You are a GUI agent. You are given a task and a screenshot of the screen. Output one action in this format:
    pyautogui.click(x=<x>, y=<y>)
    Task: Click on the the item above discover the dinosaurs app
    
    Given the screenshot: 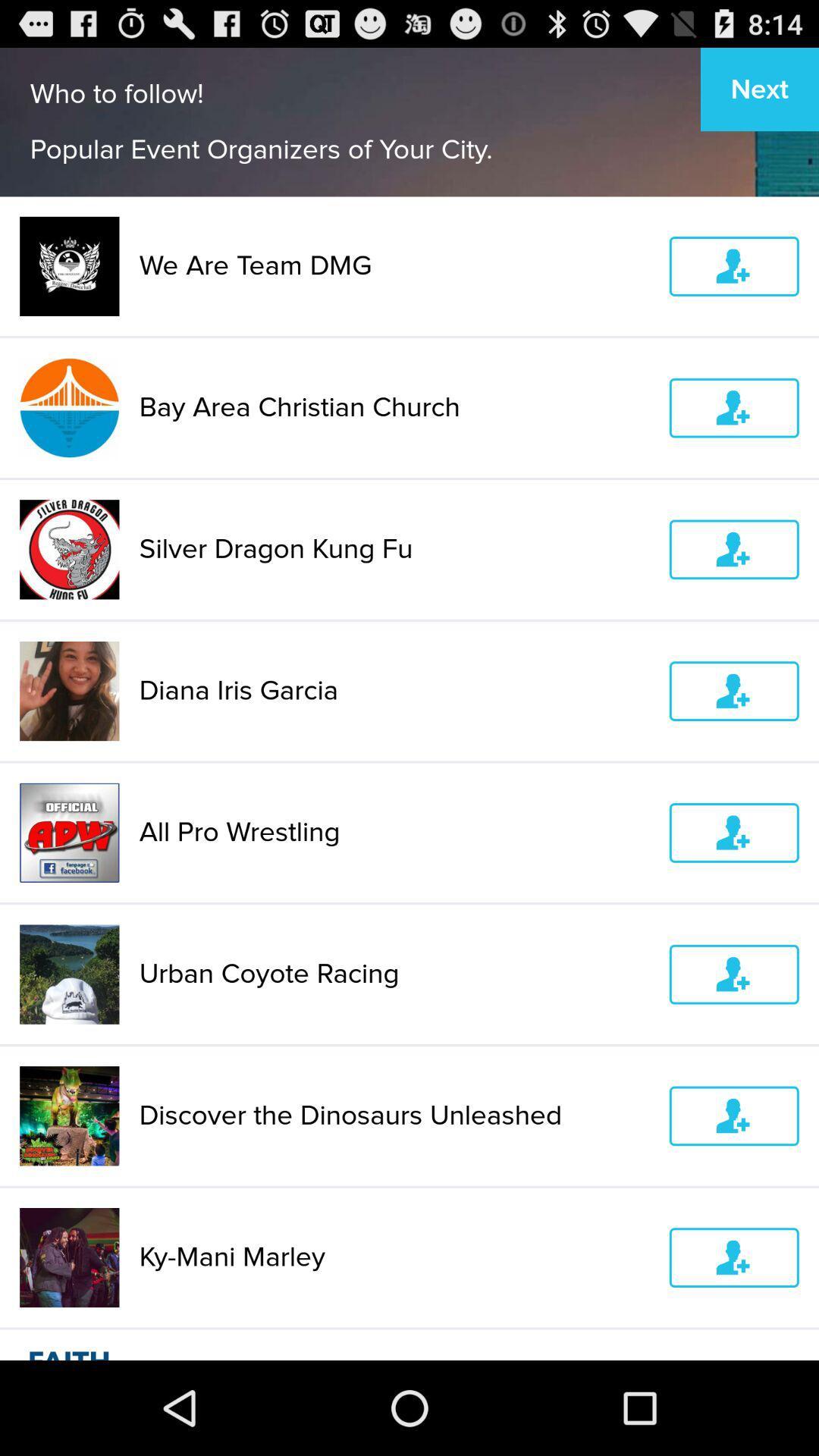 What is the action you would take?
    pyautogui.click(x=394, y=974)
    